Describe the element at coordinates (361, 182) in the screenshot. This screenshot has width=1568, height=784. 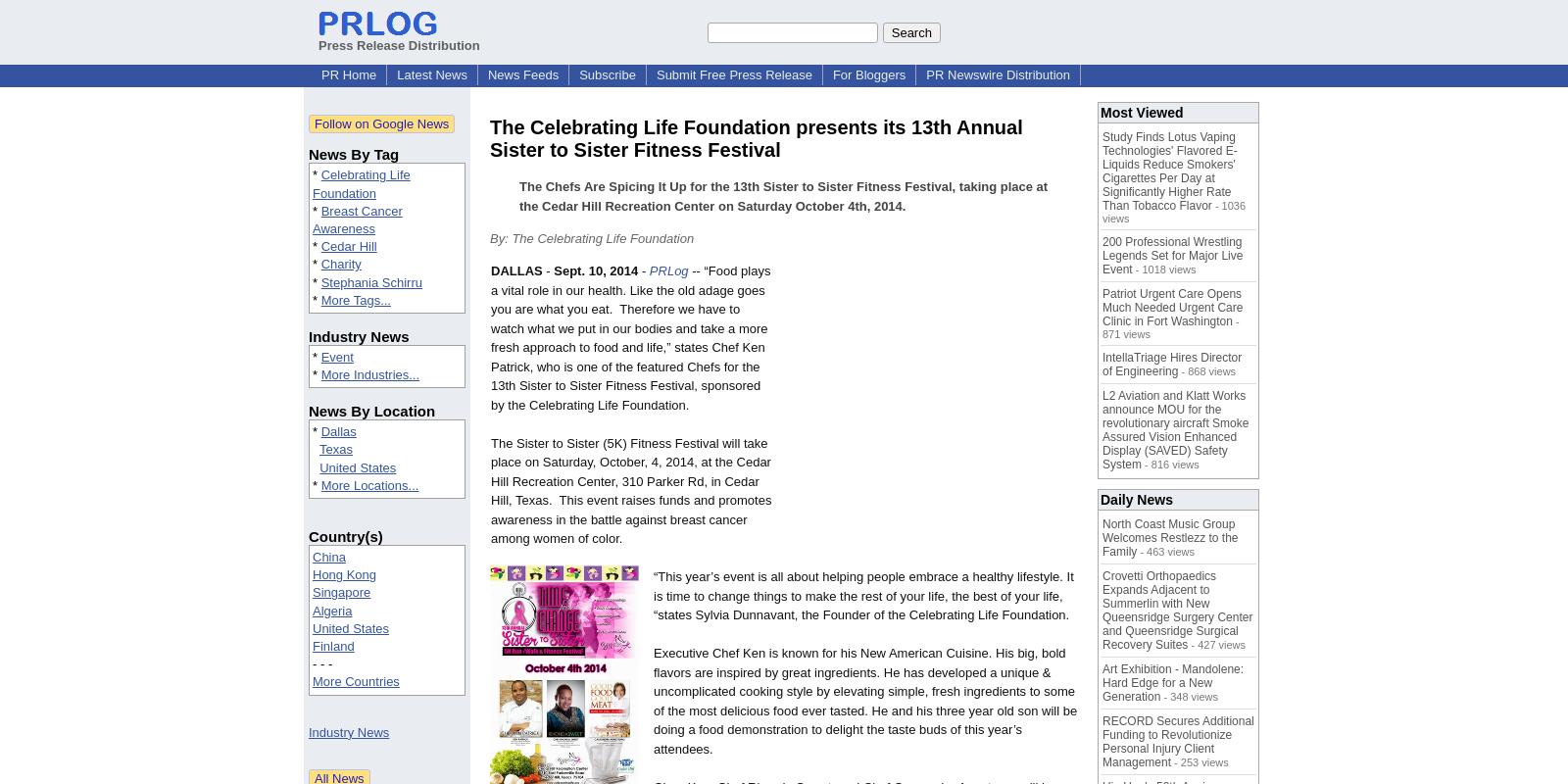
I see `'Celebrating Life Foundation'` at that location.